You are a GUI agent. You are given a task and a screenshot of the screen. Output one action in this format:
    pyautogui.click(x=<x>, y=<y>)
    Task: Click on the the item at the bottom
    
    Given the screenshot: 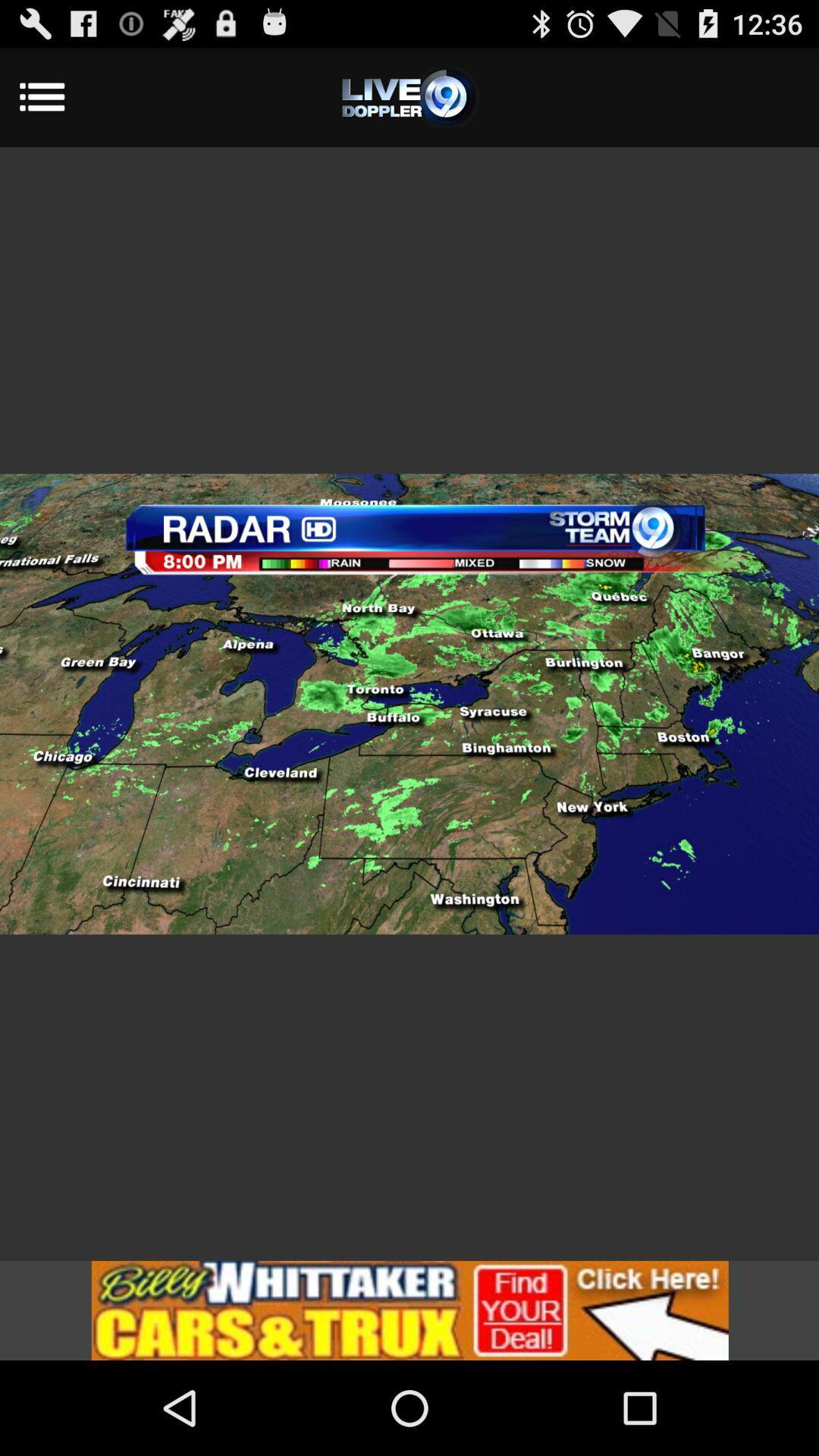 What is the action you would take?
    pyautogui.click(x=409, y=1310)
    